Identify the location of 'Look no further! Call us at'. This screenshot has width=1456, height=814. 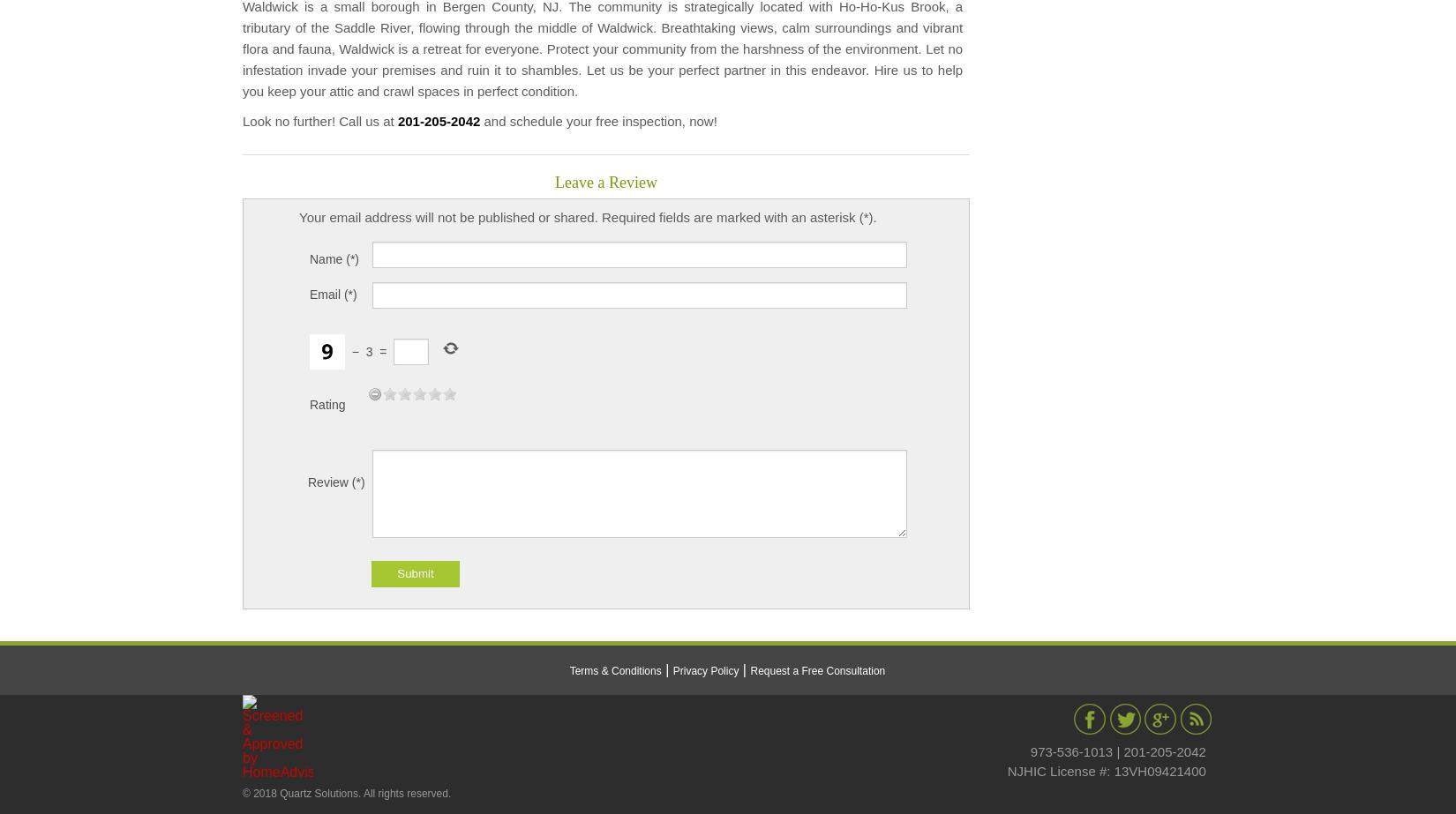
(319, 120).